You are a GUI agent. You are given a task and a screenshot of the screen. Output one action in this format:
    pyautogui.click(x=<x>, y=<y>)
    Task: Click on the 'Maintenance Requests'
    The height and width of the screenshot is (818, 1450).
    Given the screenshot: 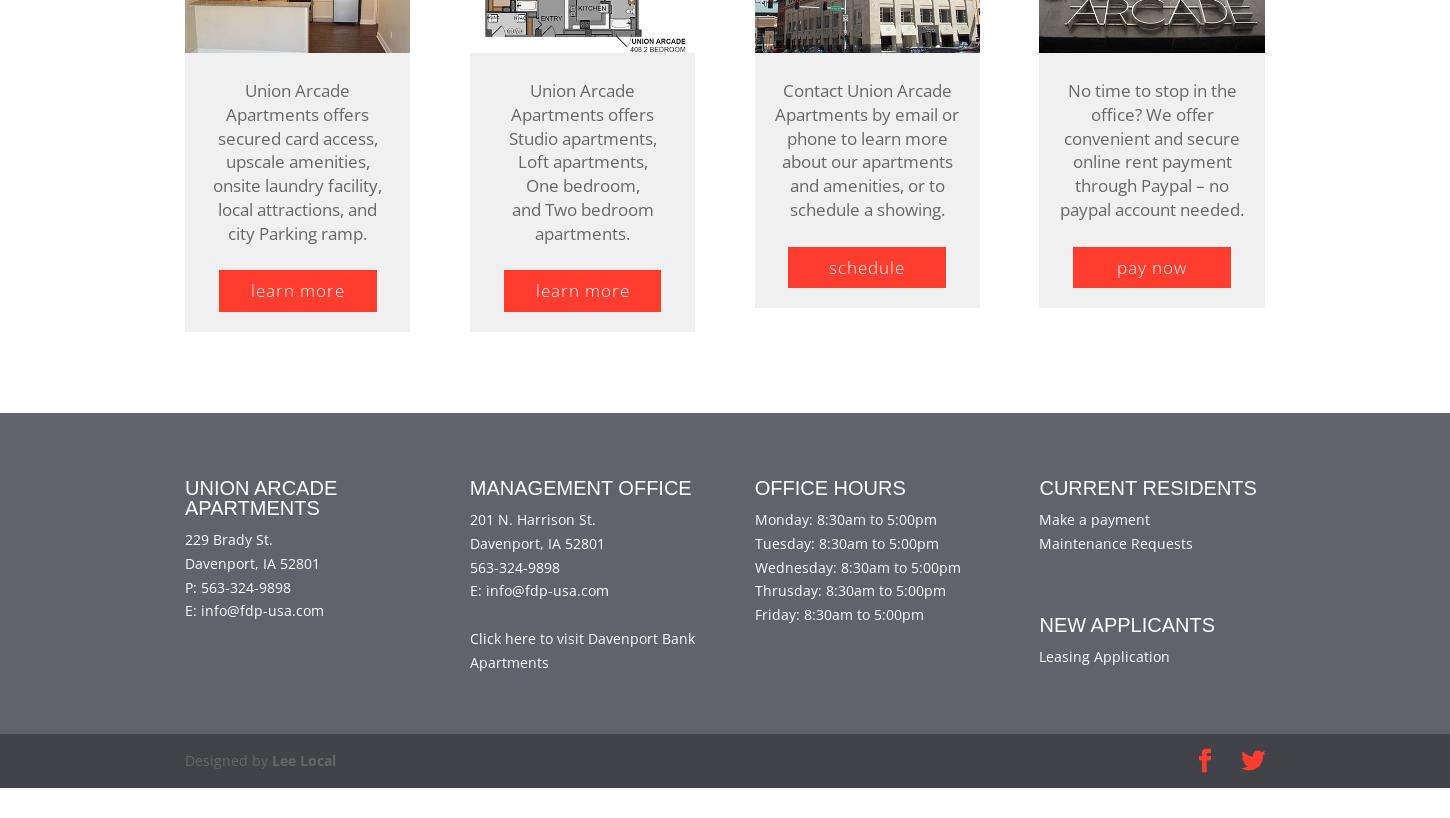 What is the action you would take?
    pyautogui.click(x=1115, y=571)
    